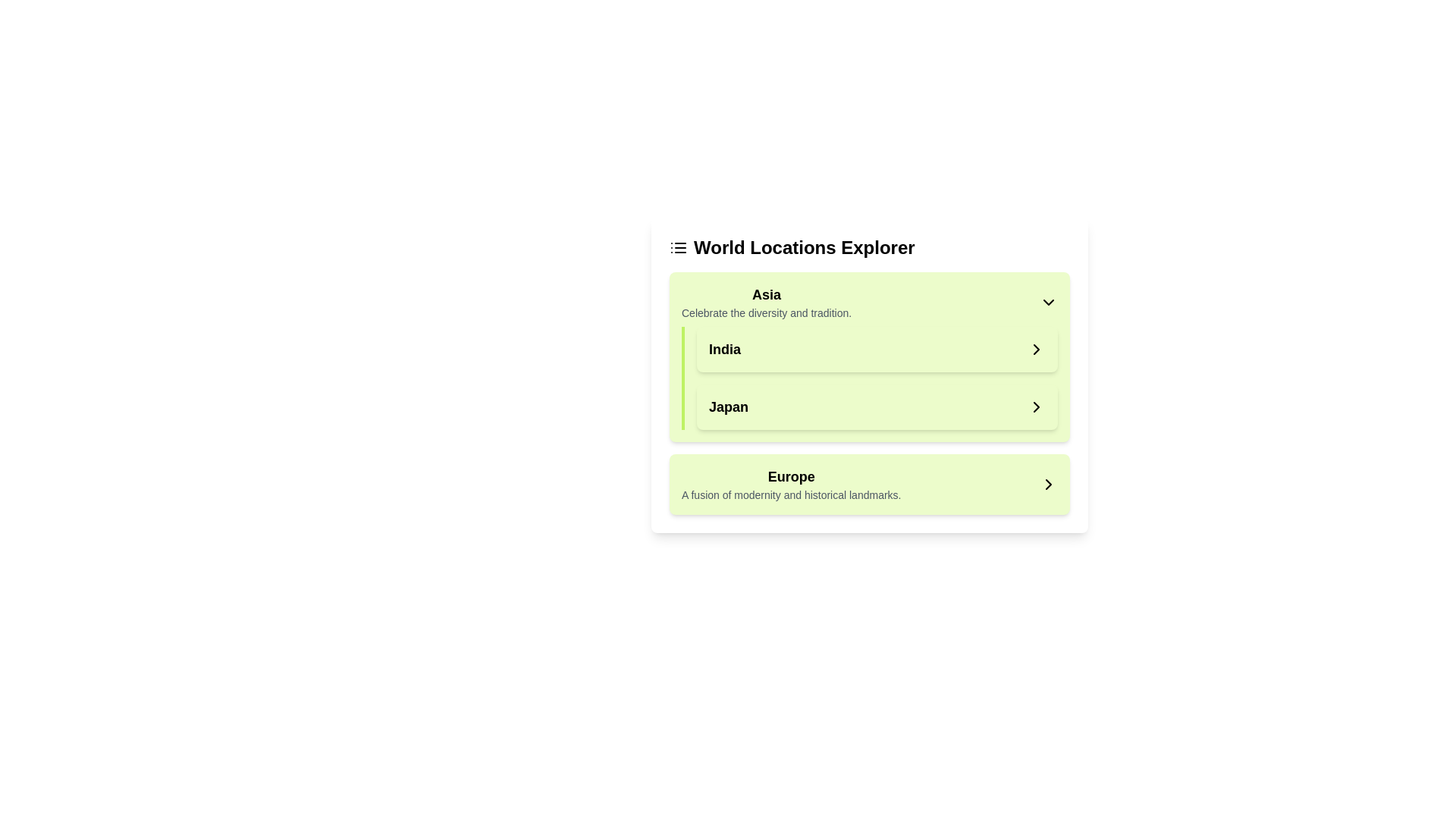  What do you see at coordinates (790, 494) in the screenshot?
I see `the text element that reads 'A fusion of modernity and historical landmarks.' which is styled in a smaller gray font and located directly beneath the 'Europe' header` at bounding box center [790, 494].